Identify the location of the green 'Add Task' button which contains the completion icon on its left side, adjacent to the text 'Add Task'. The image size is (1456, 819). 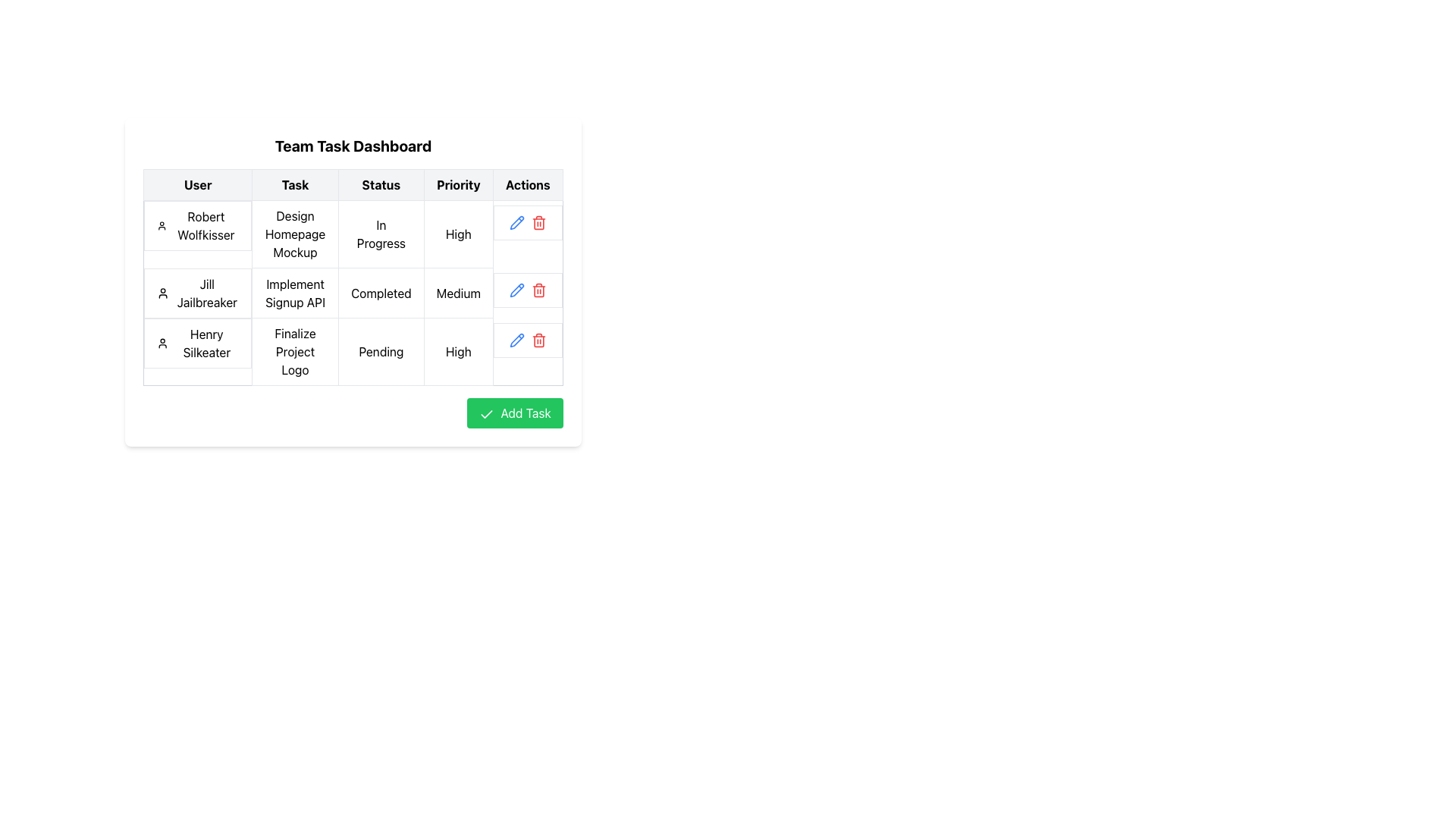
(487, 414).